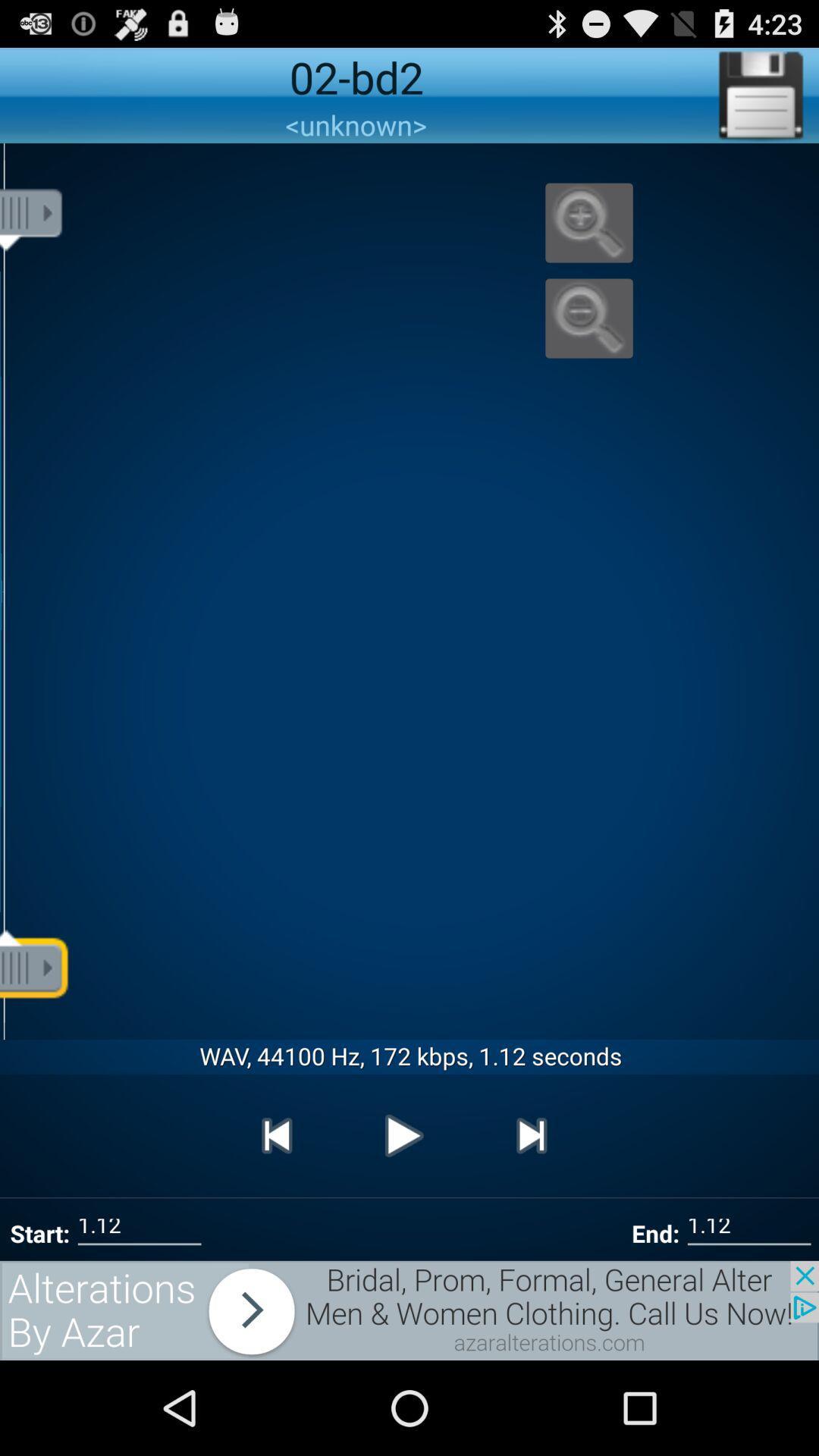 The image size is (819, 1456). I want to click on the play icon, so click(403, 1216).